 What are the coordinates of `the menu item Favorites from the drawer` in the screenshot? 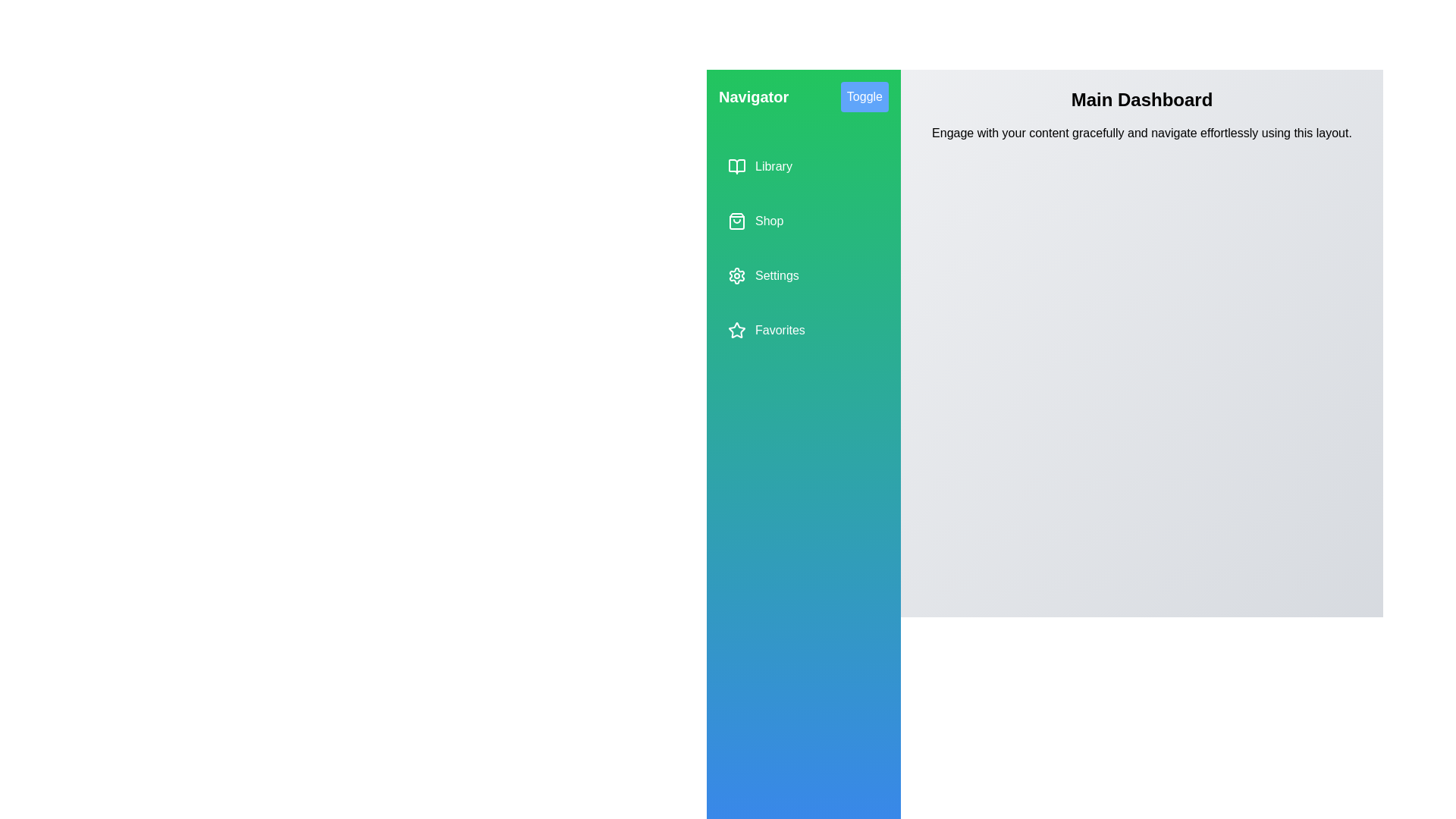 It's located at (803, 329).